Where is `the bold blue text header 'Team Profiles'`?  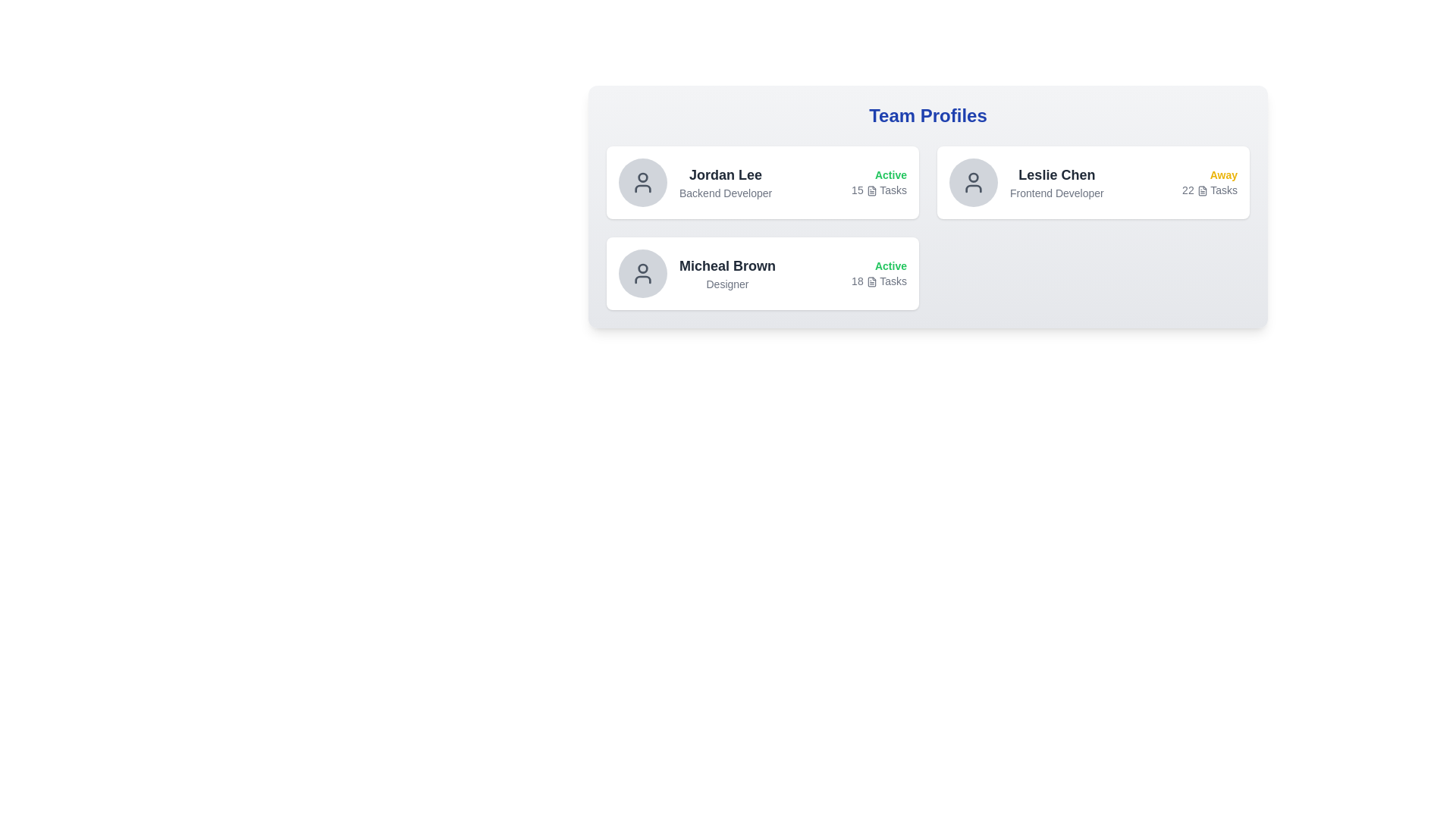 the bold blue text header 'Team Profiles' is located at coordinates (927, 115).